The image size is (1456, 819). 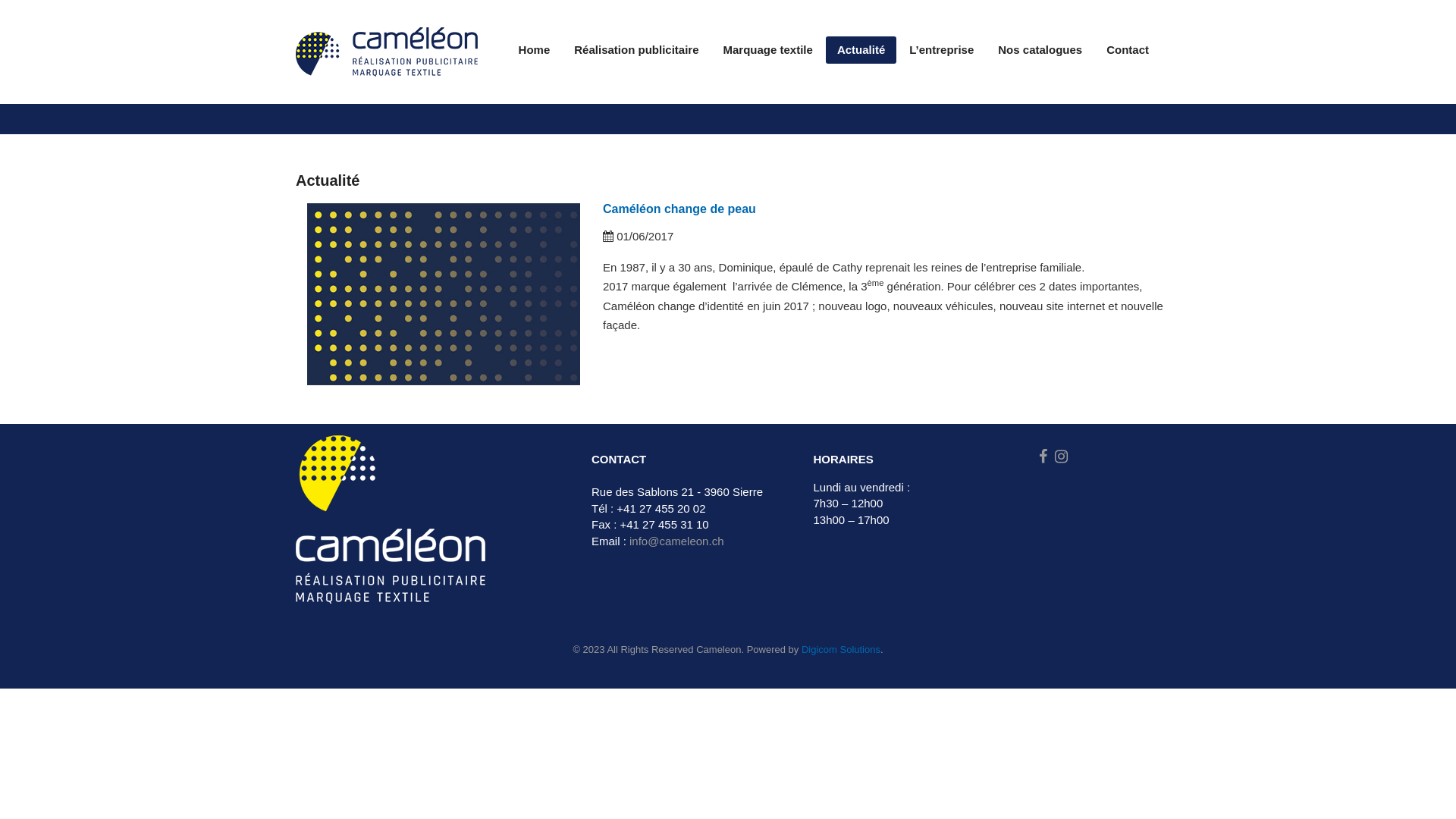 I want to click on 'Marquage textile', so click(x=767, y=49).